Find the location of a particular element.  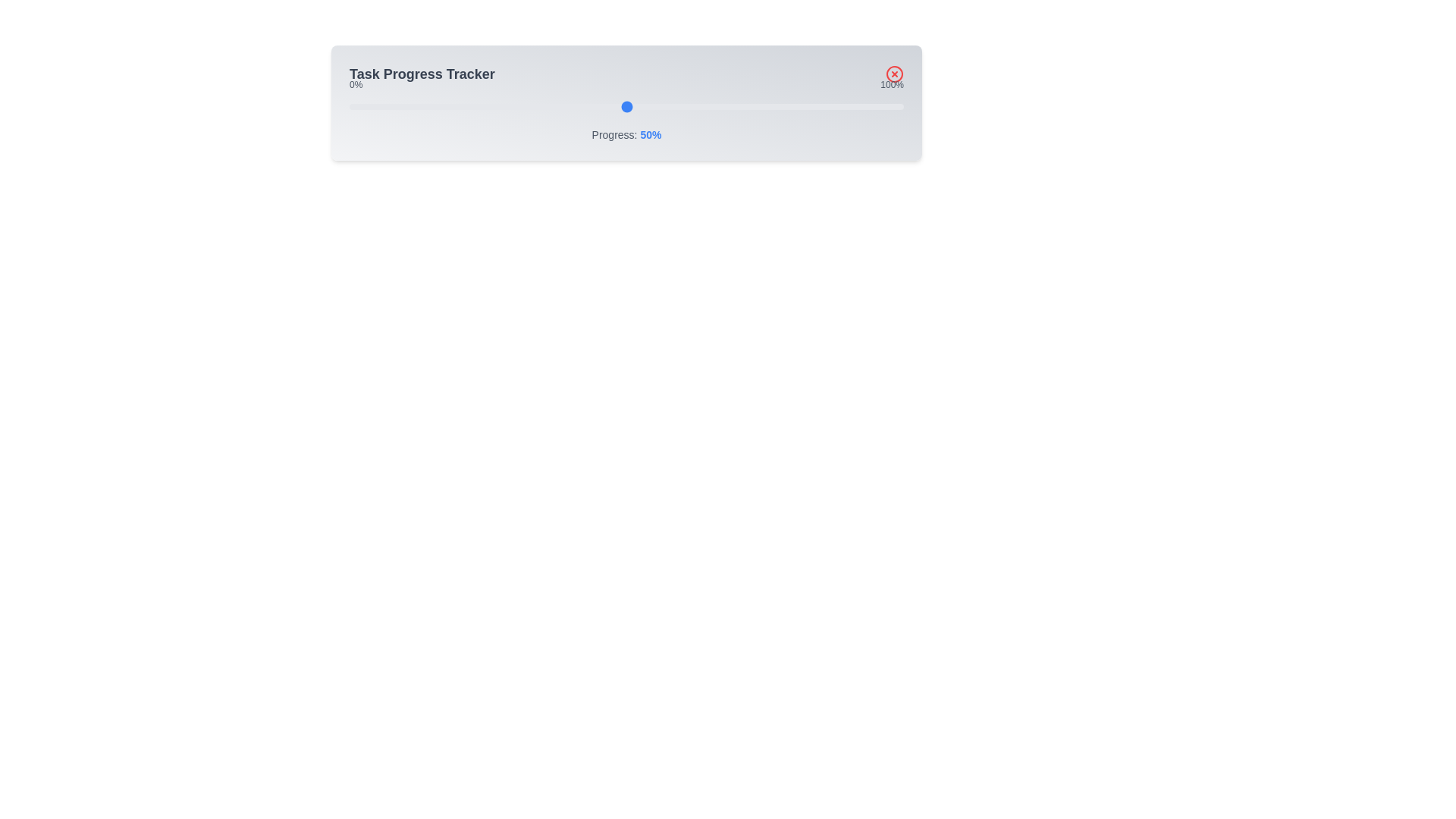

task progress is located at coordinates (510, 106).